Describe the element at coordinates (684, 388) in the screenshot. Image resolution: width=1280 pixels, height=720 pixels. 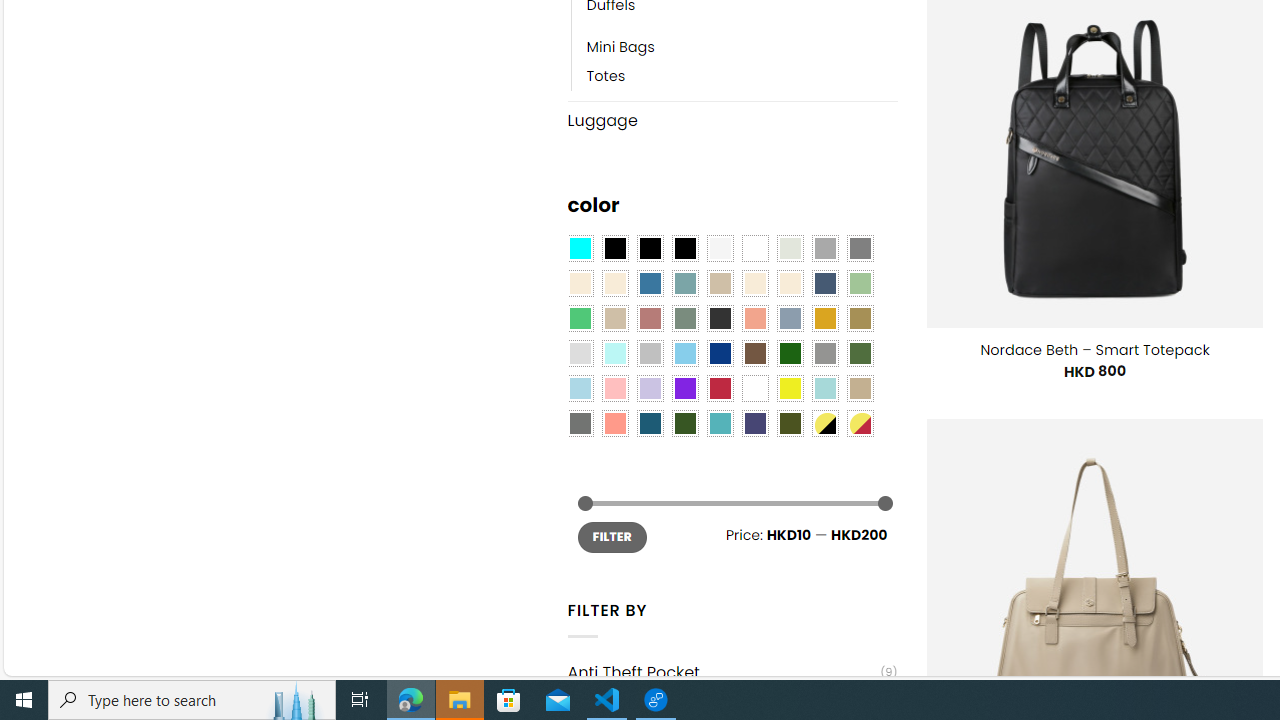
I see `'Purple'` at that location.